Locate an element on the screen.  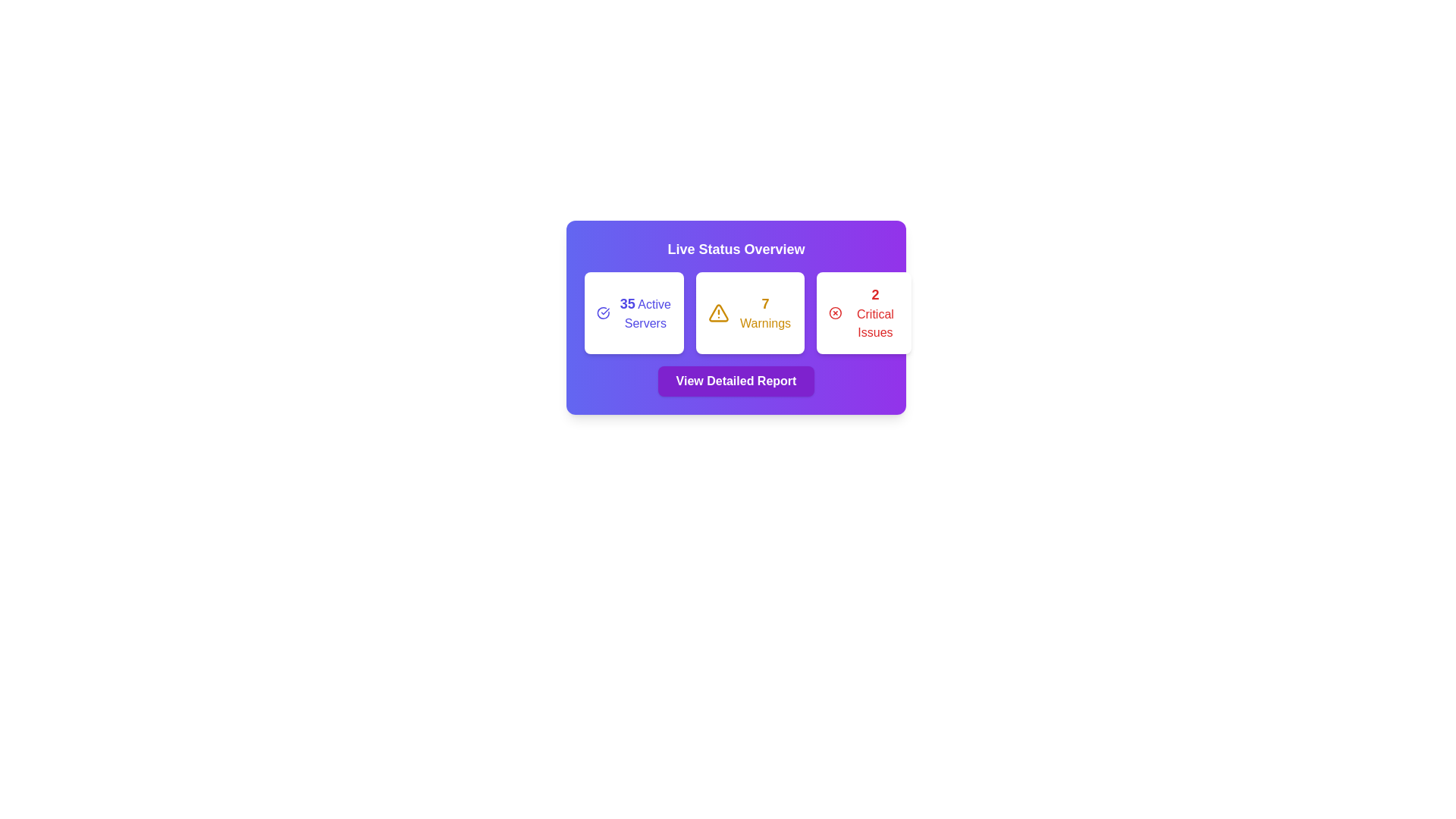
the button with the purple gradient background labeled 'View Detailed Report' to possibly display a tooltip or highlight effect is located at coordinates (736, 380).